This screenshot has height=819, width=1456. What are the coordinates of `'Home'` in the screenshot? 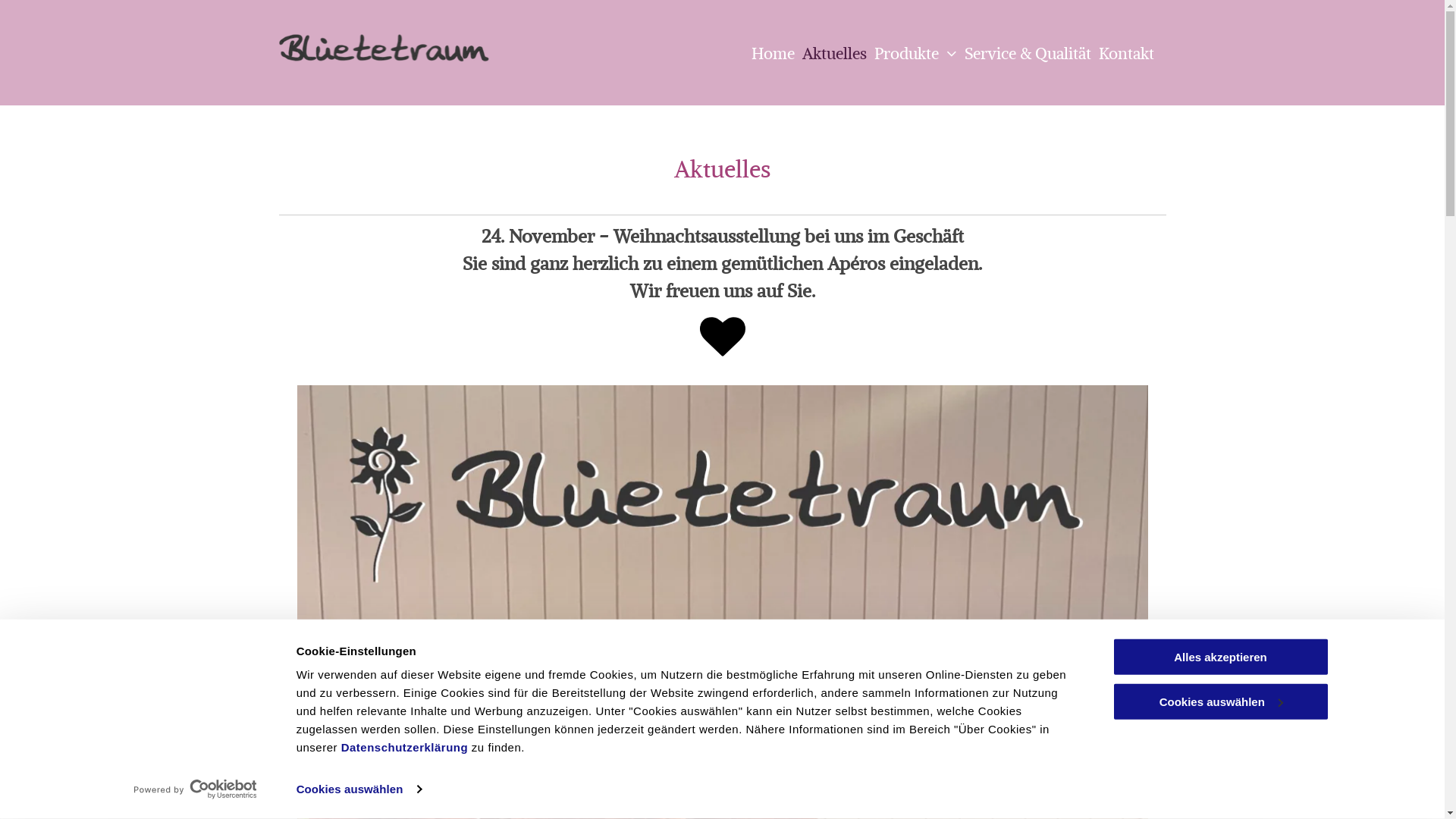 It's located at (769, 54).